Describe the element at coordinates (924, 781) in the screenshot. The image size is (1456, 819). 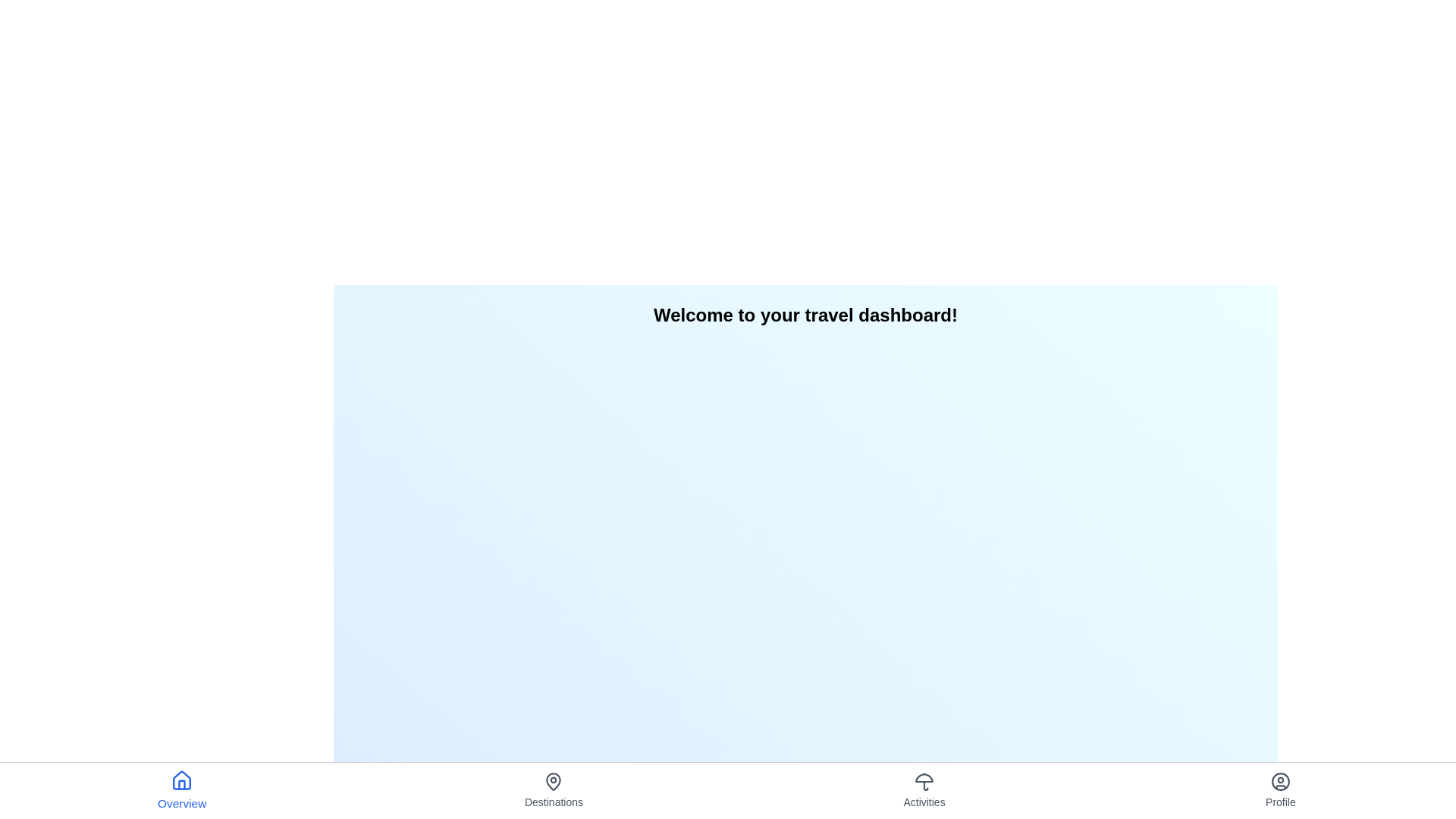
I see `the navigation Icon button located in the bottom navigation bar` at that location.